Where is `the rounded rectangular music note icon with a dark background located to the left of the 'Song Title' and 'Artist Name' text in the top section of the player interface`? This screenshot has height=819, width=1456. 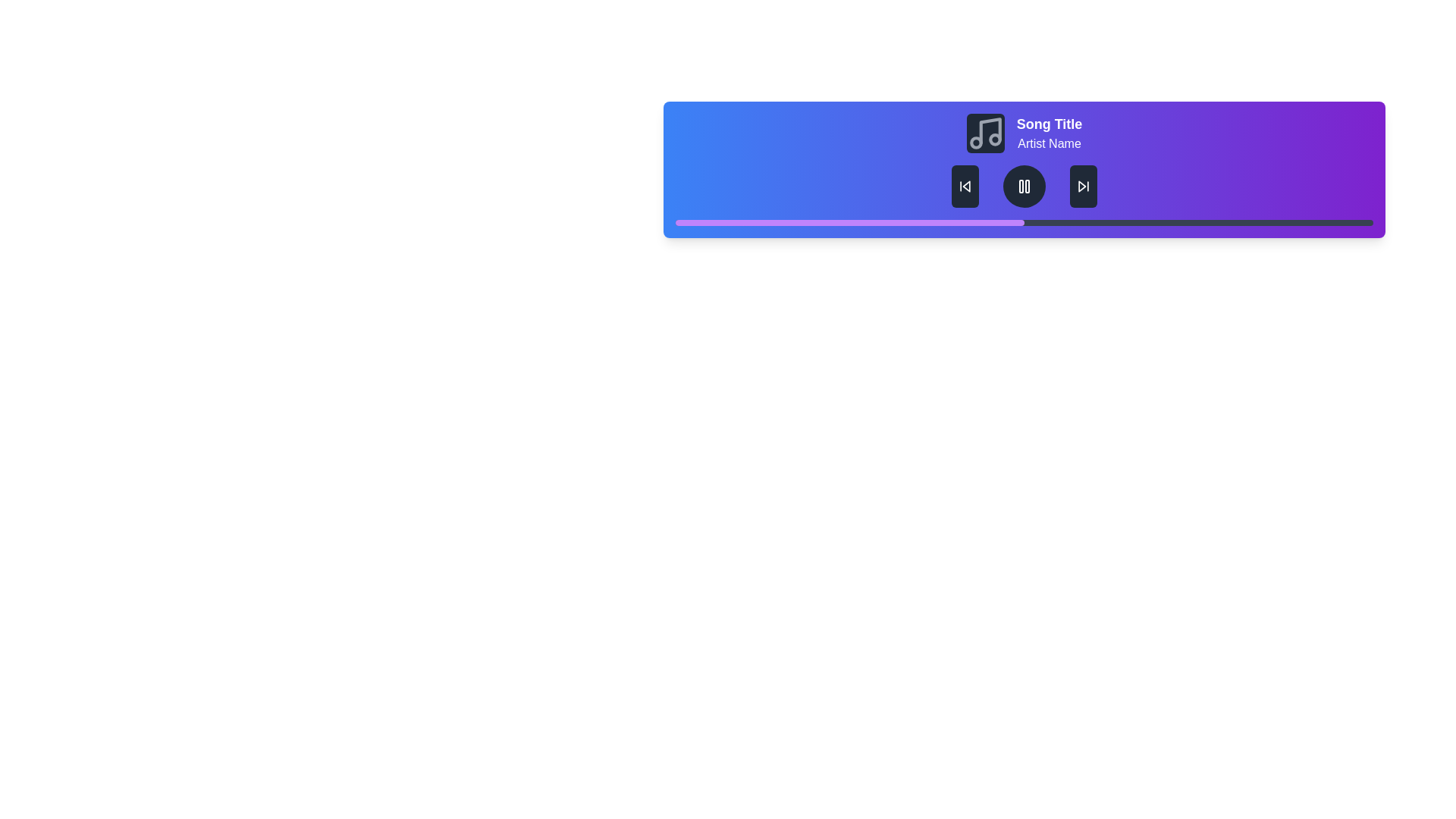
the rounded rectangular music note icon with a dark background located to the left of the 'Song Title' and 'Artist Name' text in the top section of the player interface is located at coordinates (985, 133).